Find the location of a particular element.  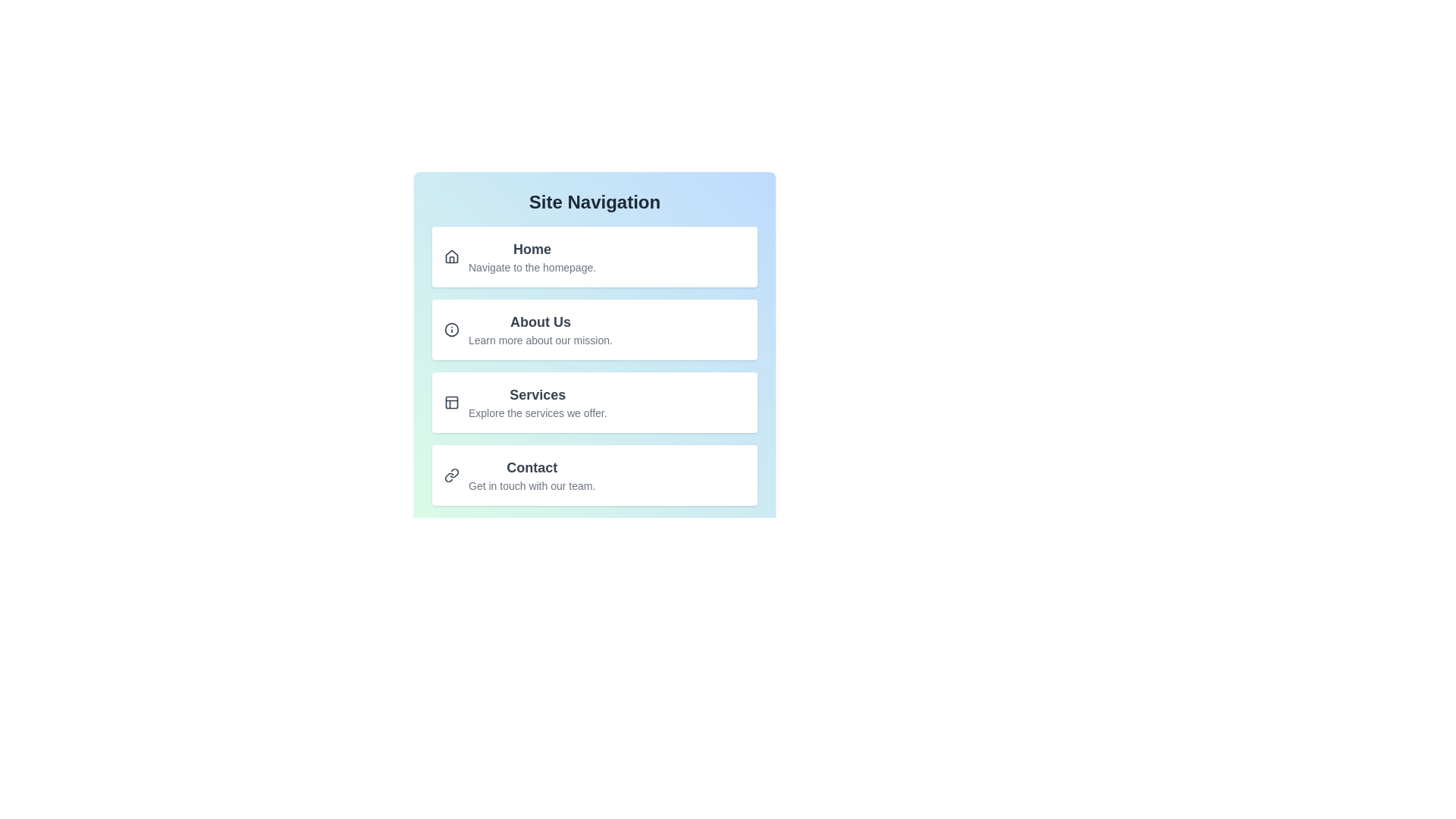

the chain link icon, which is a vector graphic element located in the 'Contact' section of the navigation panel, to the left of the text label is located at coordinates (448, 476).